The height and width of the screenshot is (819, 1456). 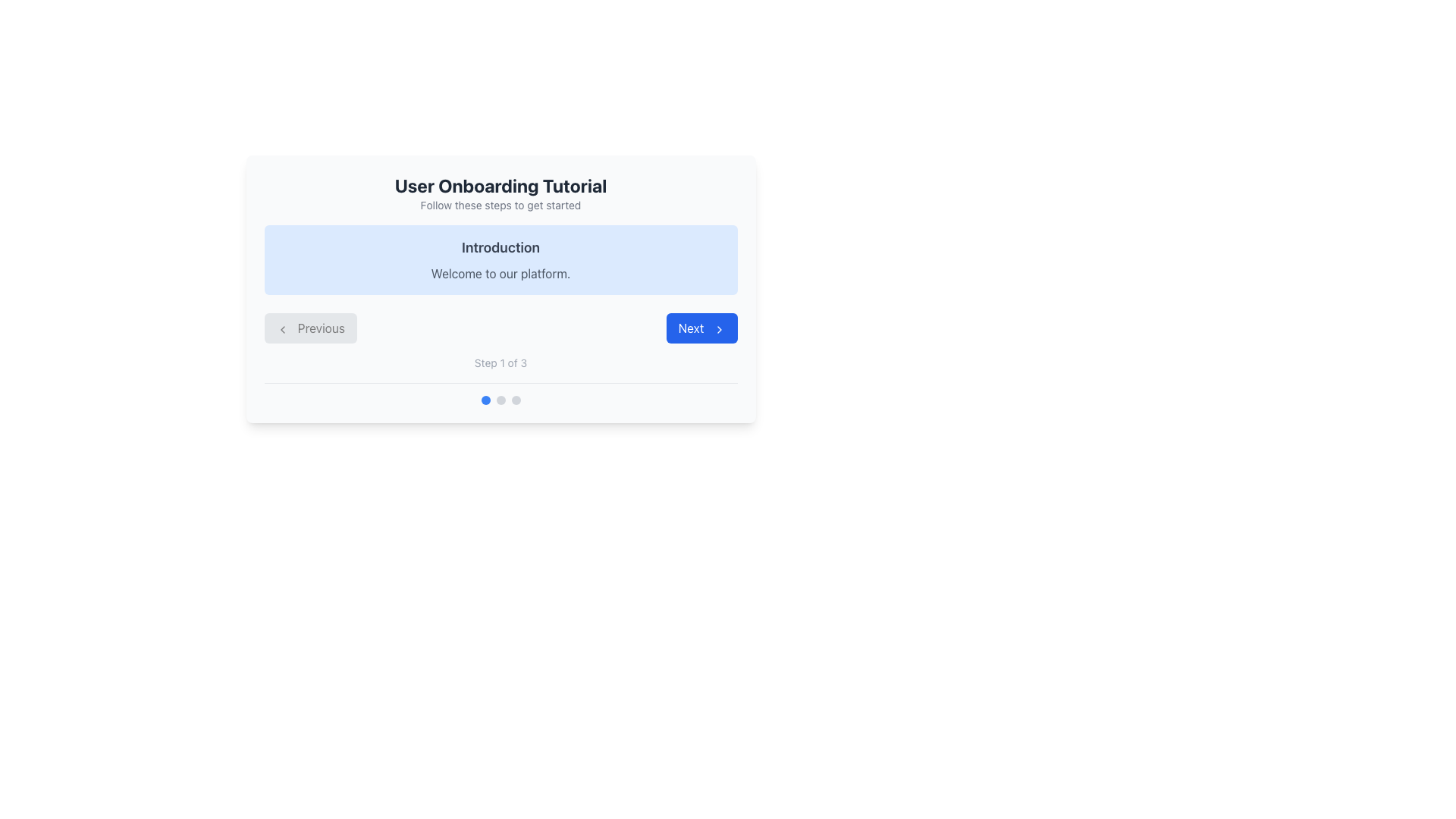 I want to click on the Informational section of the User Onboarding Tutorial, which provides an introduction message for the onboarding tutorial, so click(x=500, y=259).